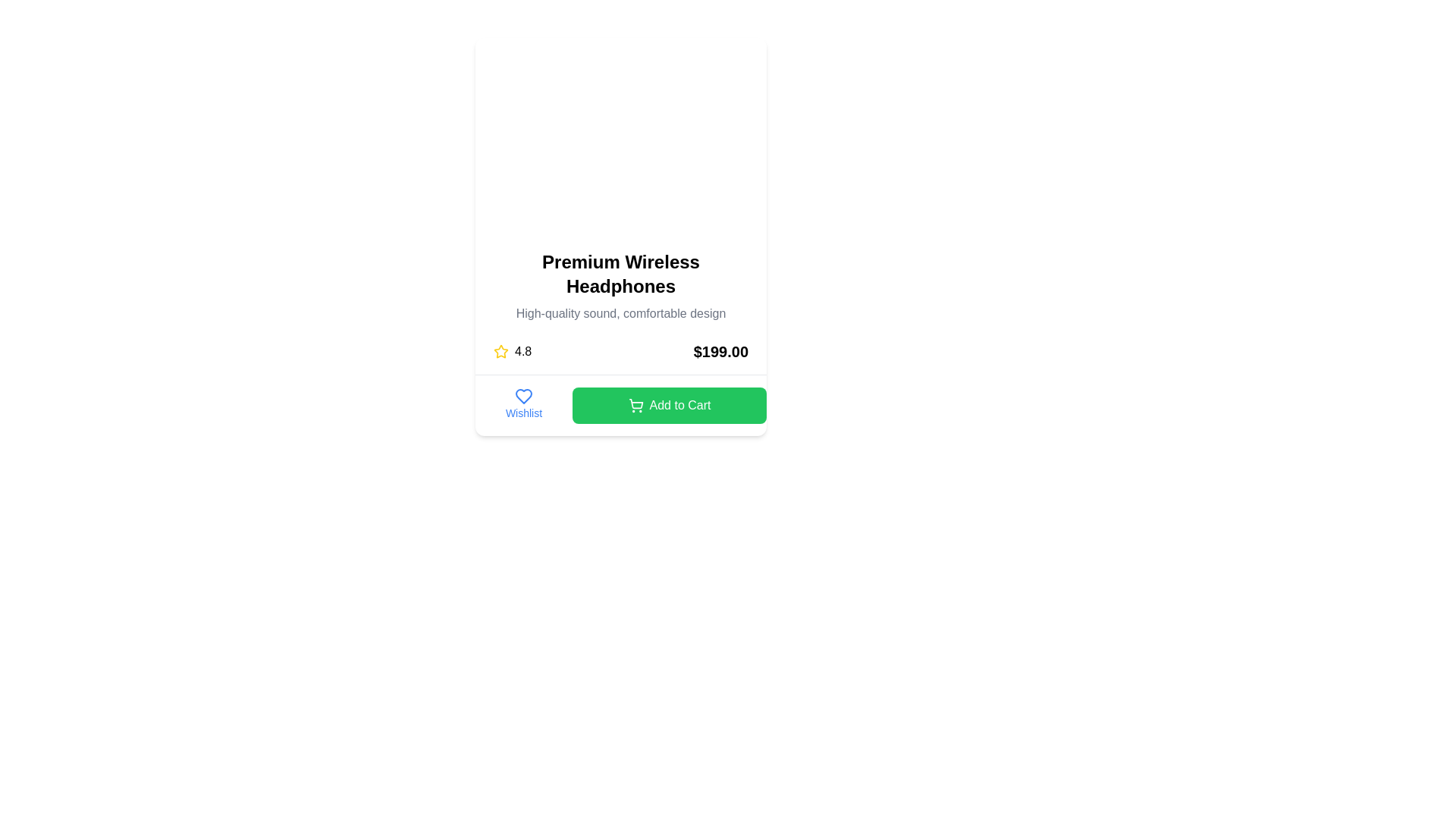  I want to click on the Control group at the bottom of the card containing the 'Wishlist' link and the 'Add to Cart' button, so click(621, 404).